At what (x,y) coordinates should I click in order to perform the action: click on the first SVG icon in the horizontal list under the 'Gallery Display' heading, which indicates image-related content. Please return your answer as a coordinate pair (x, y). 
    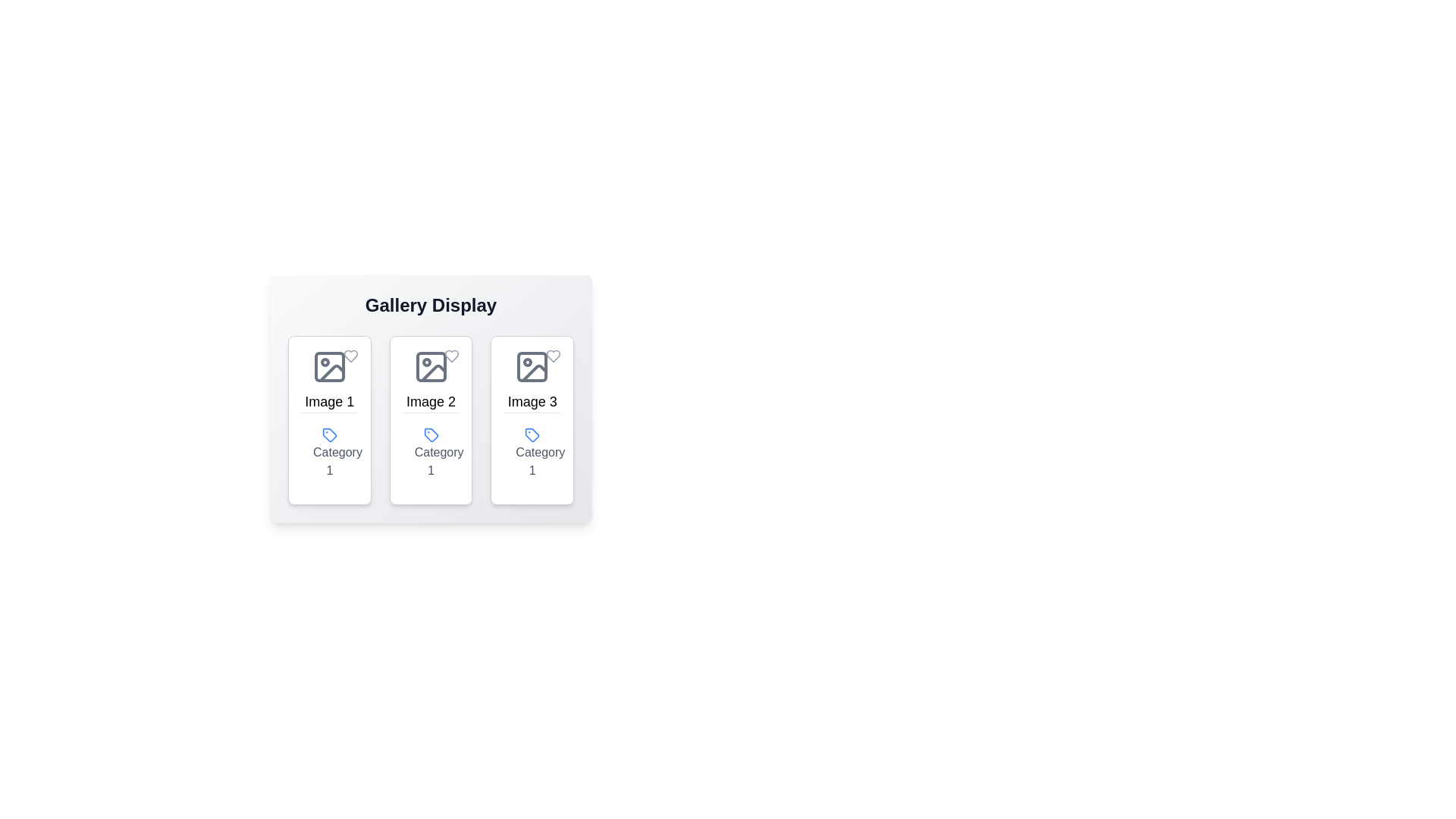
    Looking at the image, I should click on (328, 366).